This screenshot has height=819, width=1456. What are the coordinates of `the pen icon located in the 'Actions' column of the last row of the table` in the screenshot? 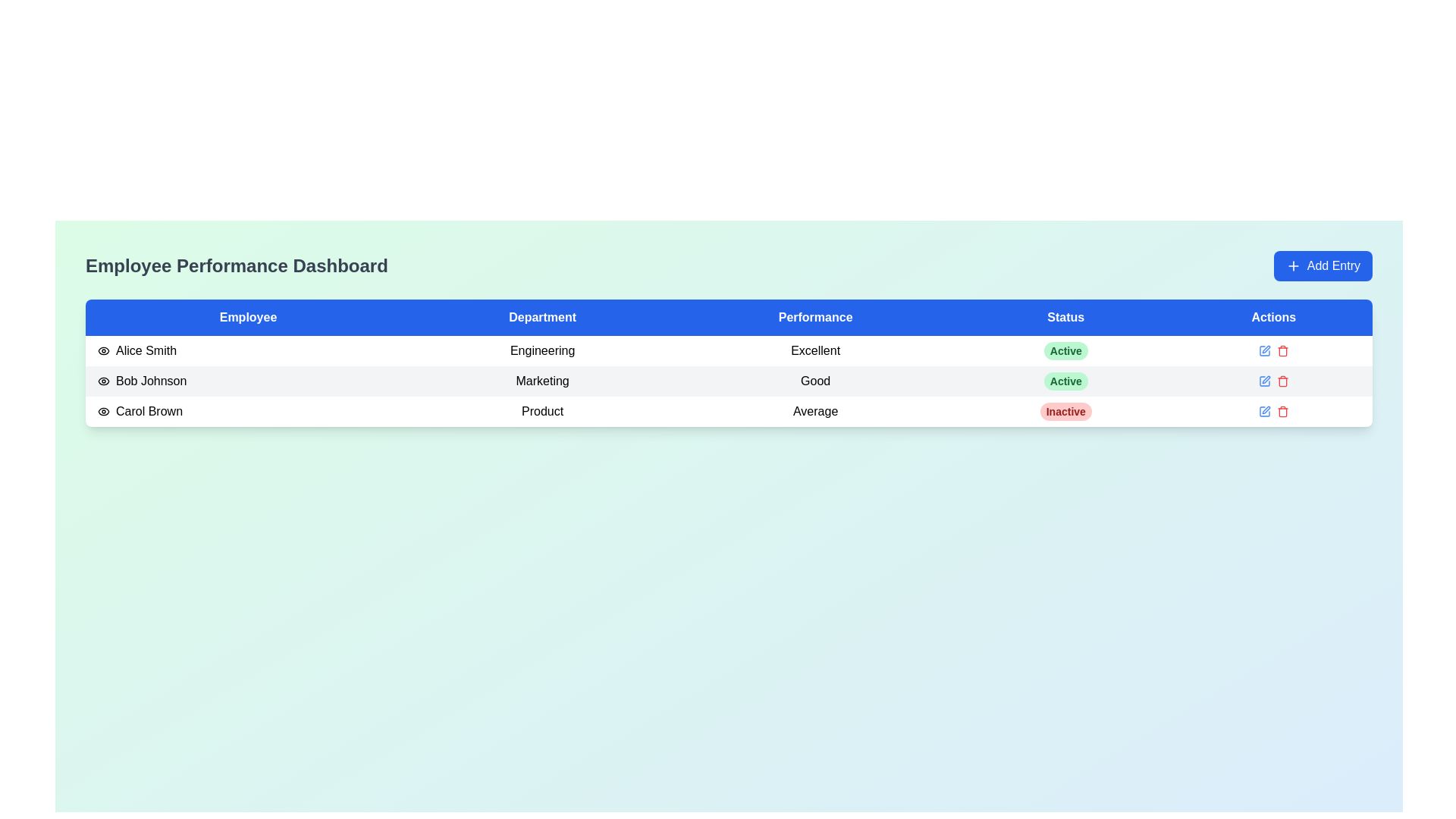 It's located at (1266, 409).